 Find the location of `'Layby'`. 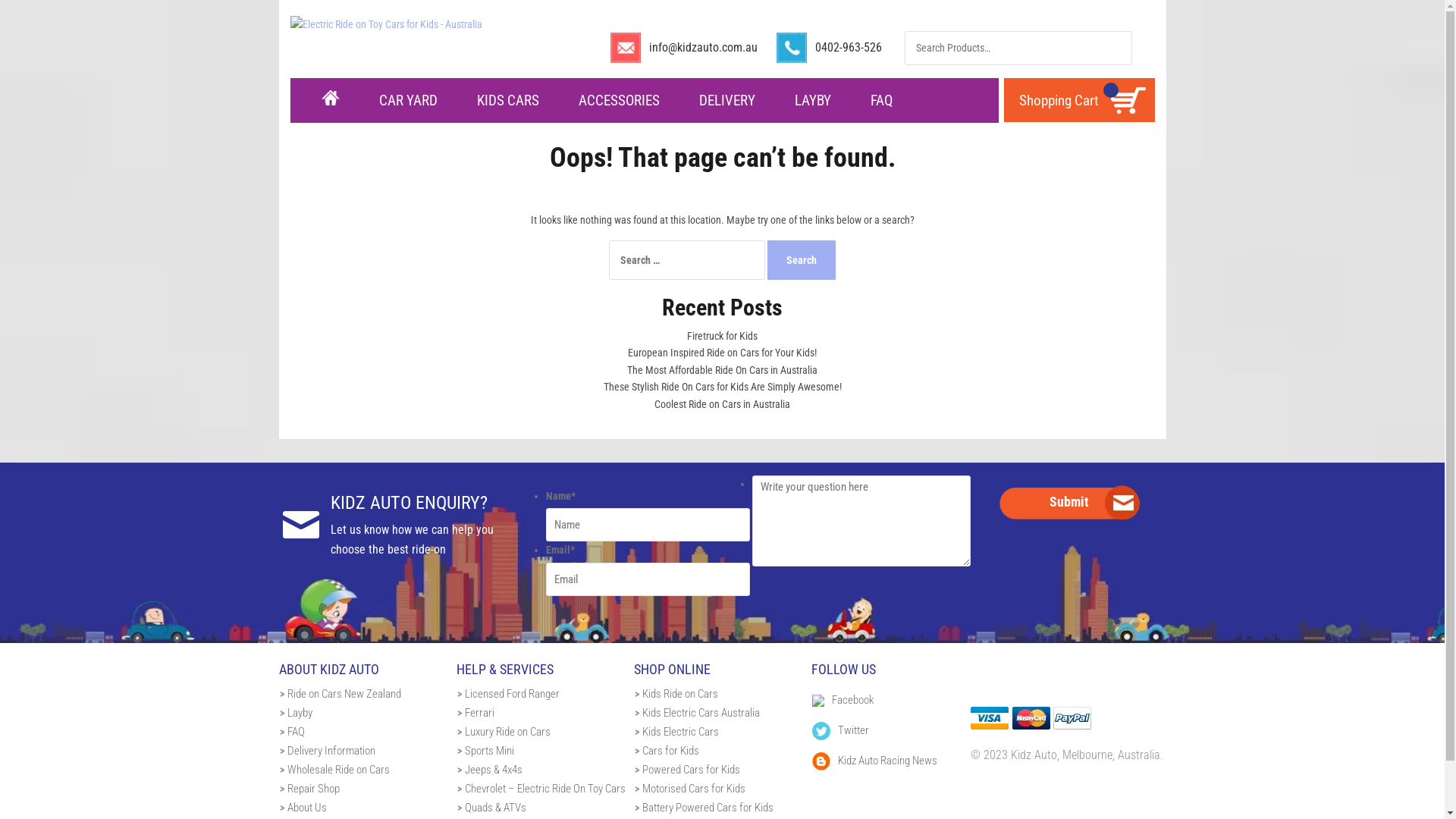

'Layby' is located at coordinates (299, 713).